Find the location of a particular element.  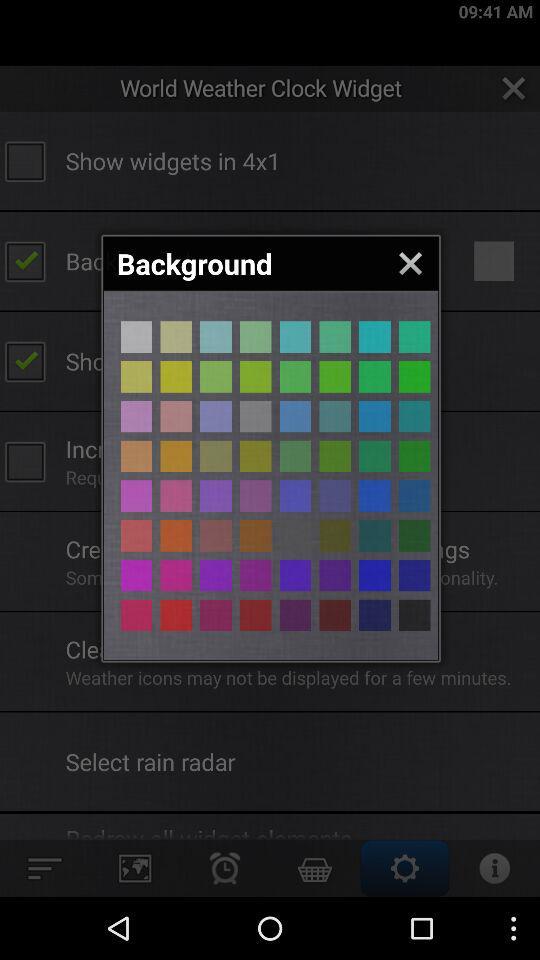

background colour is located at coordinates (255, 415).